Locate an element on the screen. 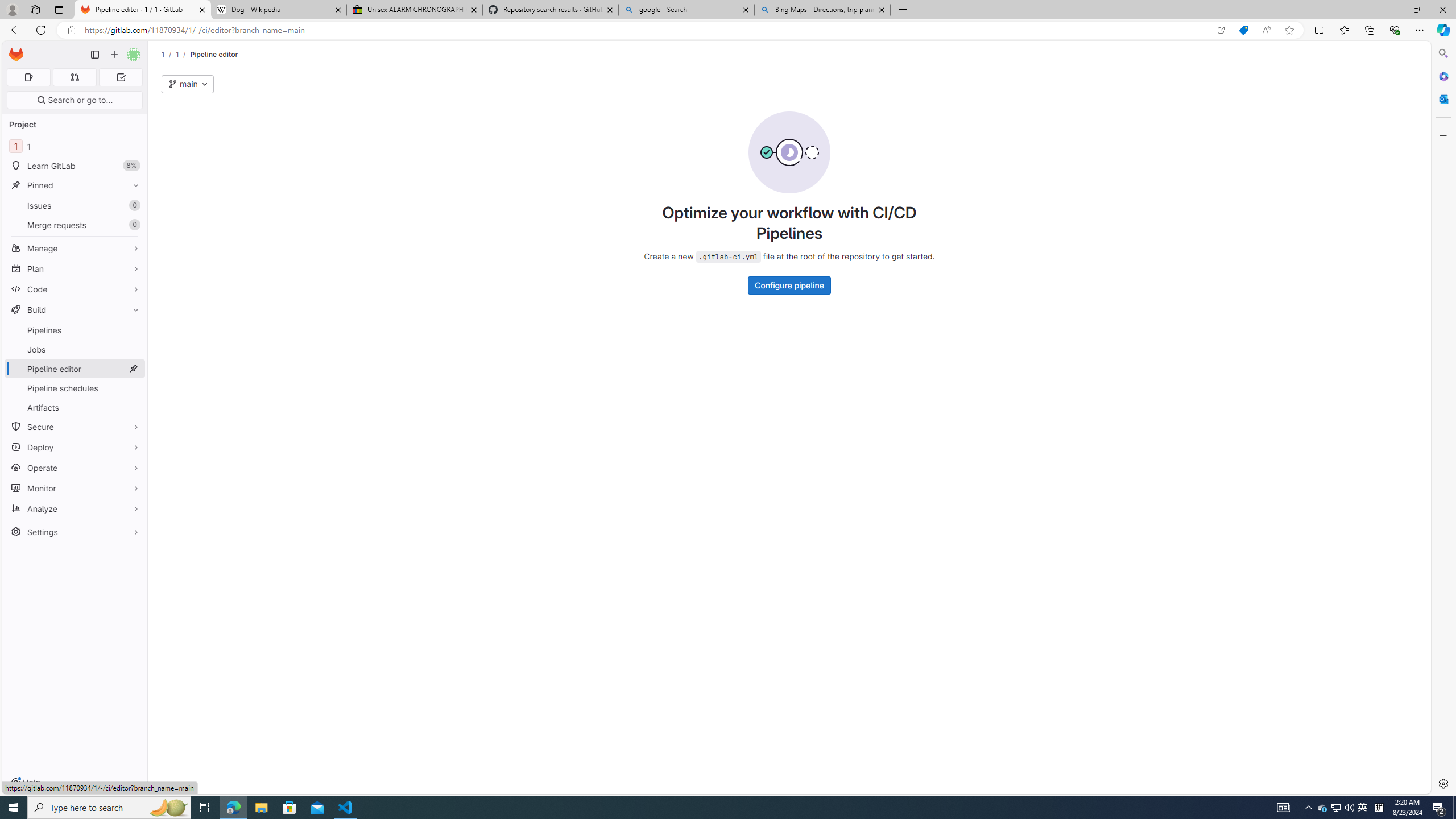 The width and height of the screenshot is (1456, 819). 'BuildPipelinesJobsPipeline editorPipeline schedulesArtifacts' is located at coordinates (74, 358).